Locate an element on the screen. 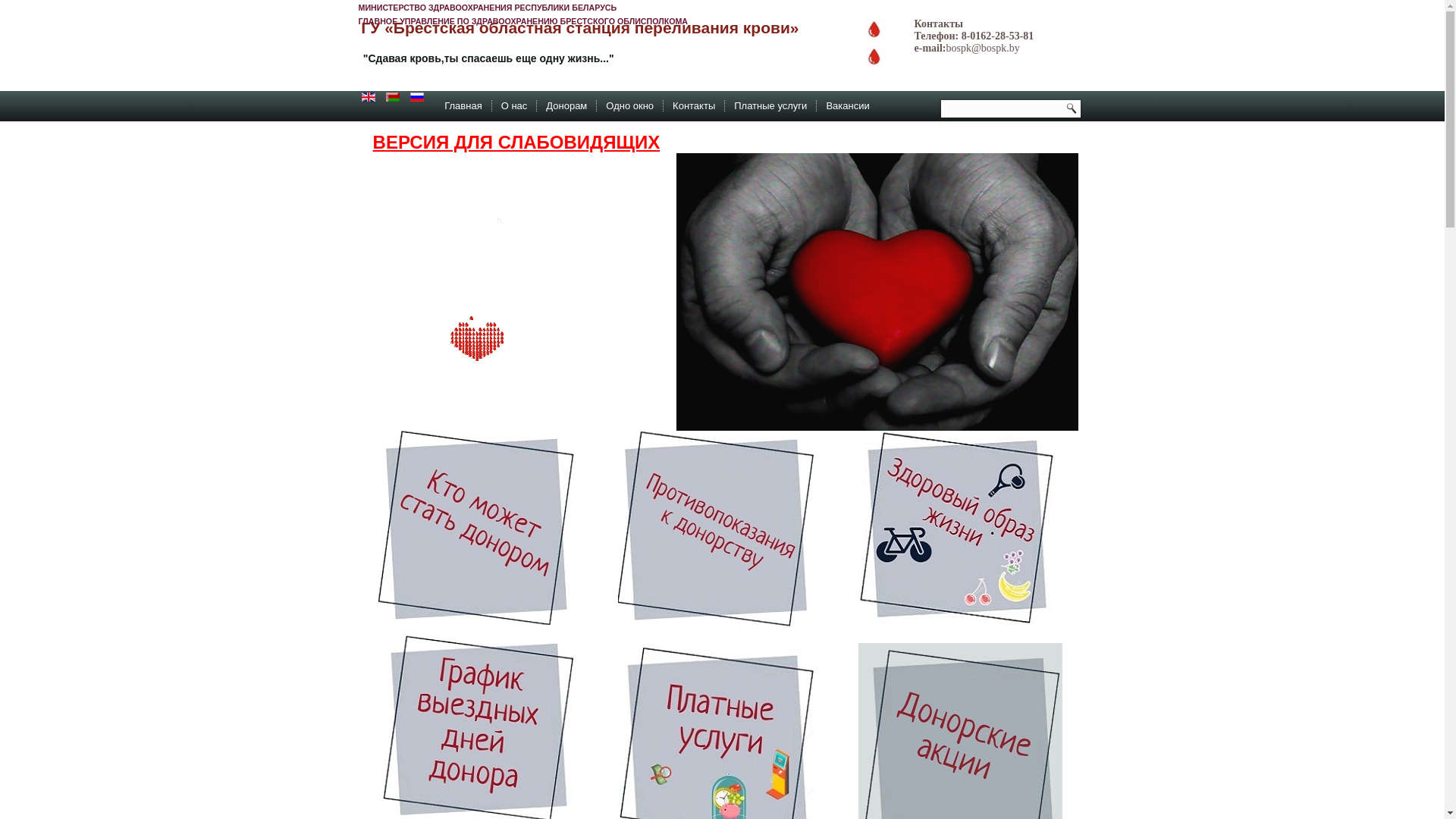  'Belarusian (be-BY)' is located at coordinates (385, 96).